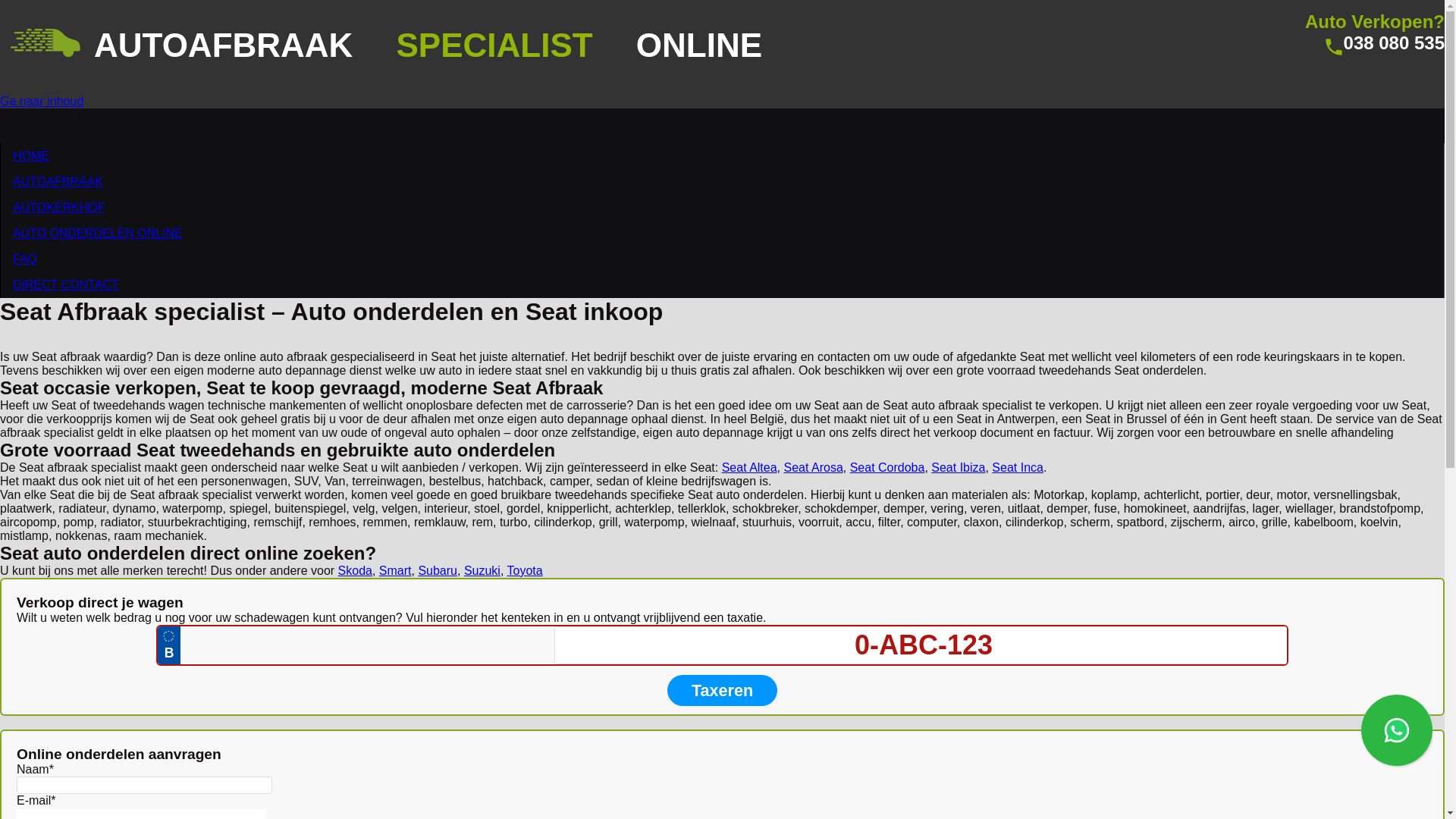 The width and height of the screenshot is (1456, 819). What do you see at coordinates (64, 284) in the screenshot?
I see `'DIRECT CONTACT'` at bounding box center [64, 284].